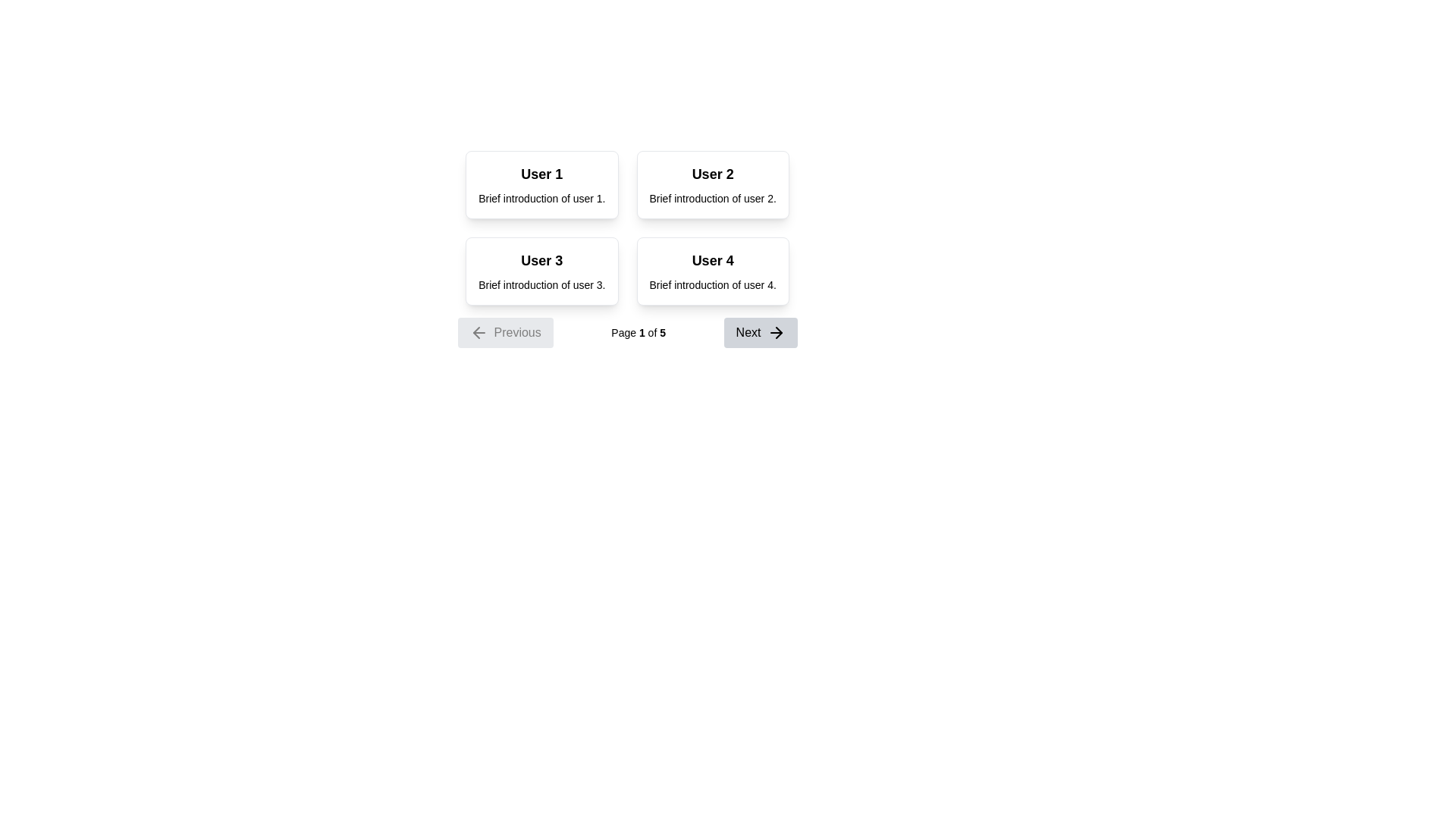 This screenshot has height=819, width=1456. I want to click on the informational card that provides details about 'User 3', located in the bottom row of the grid layout, specifically in the first column, so click(541, 271).